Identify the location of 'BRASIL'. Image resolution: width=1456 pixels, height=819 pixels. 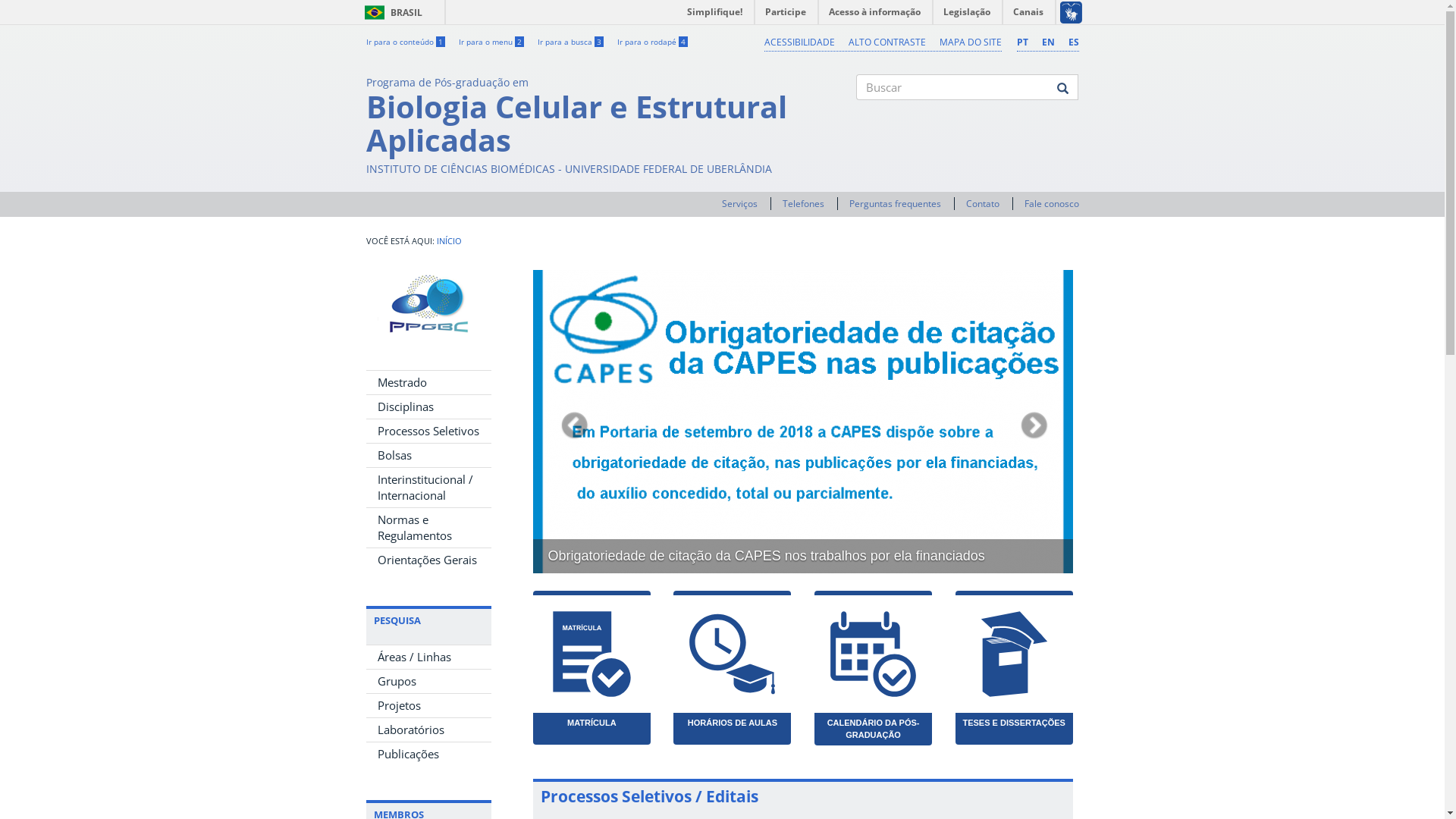
(356, 12).